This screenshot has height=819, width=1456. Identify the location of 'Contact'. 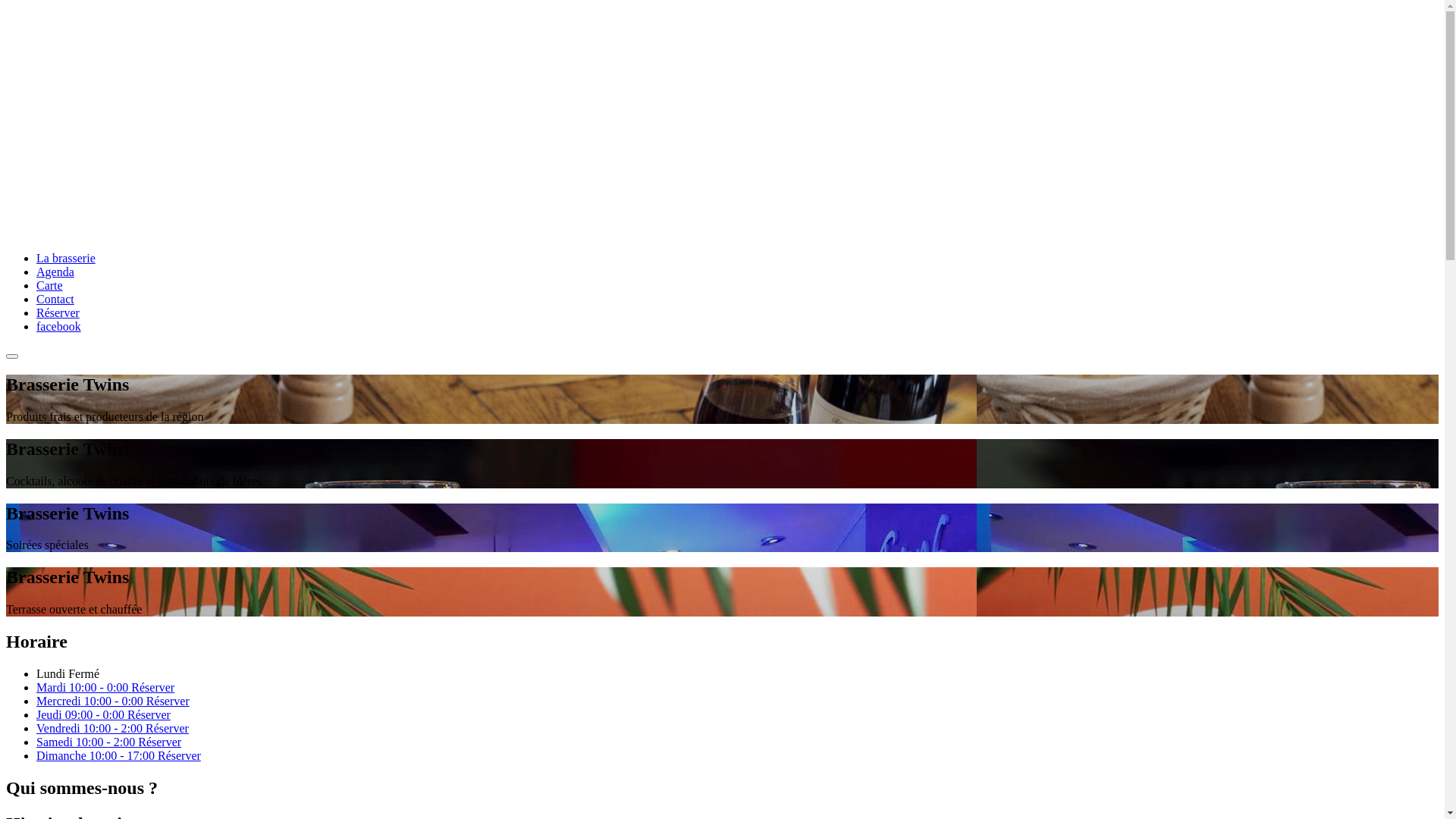
(55, 299).